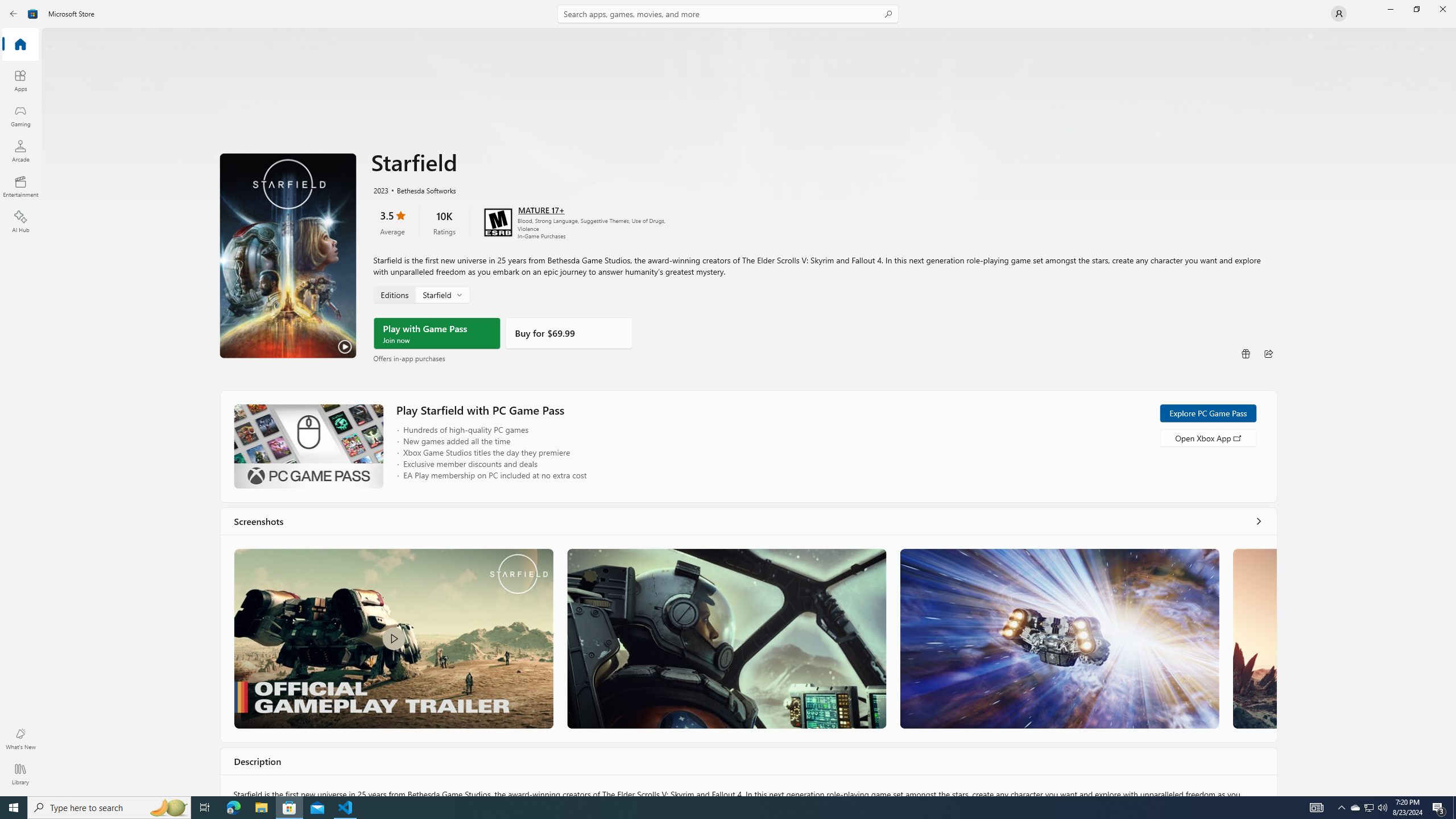 The image size is (1456, 819). Describe the element at coordinates (1416, 9) in the screenshot. I see `'Restore Microsoft Store'` at that location.